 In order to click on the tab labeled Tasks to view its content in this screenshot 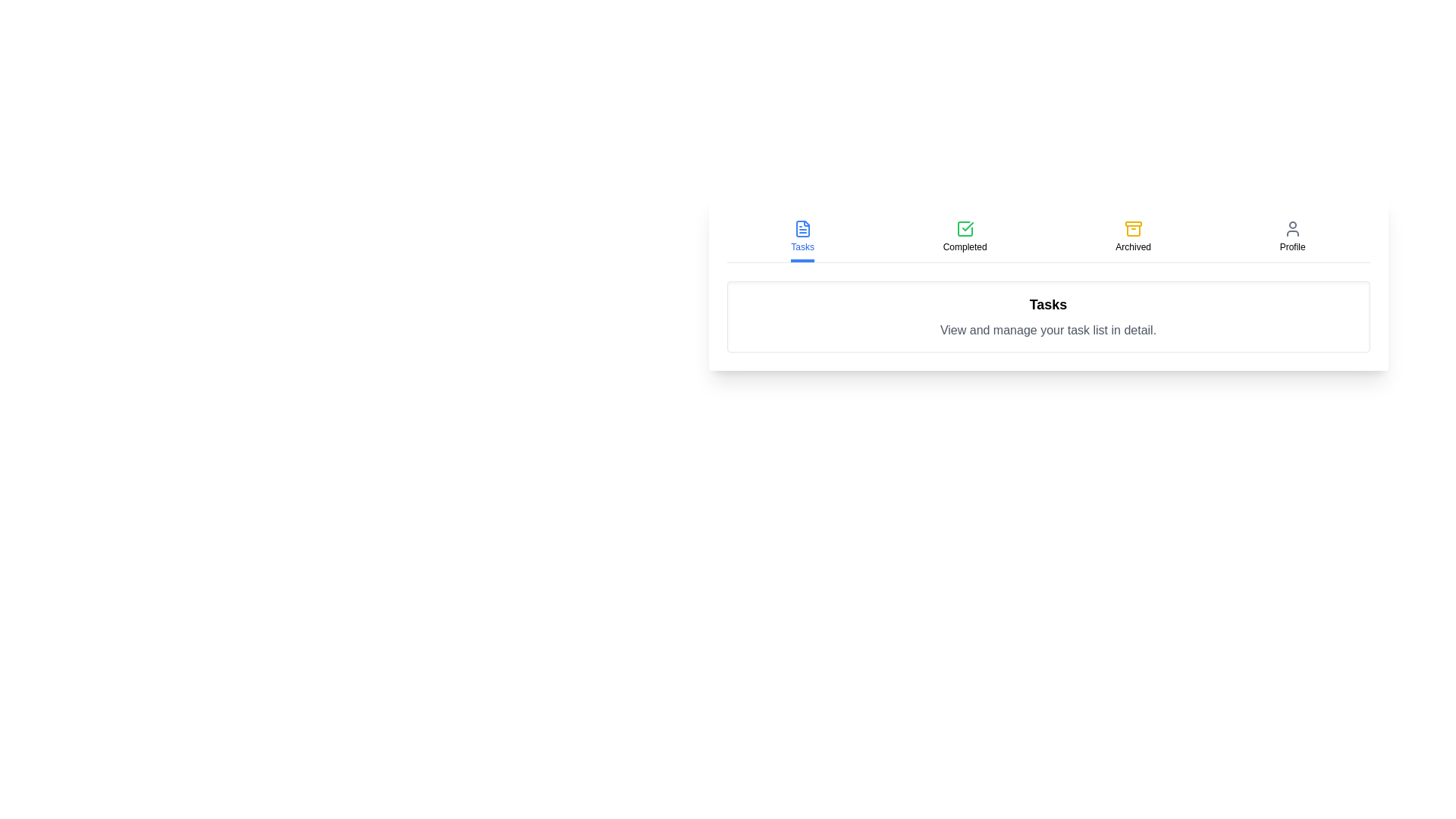, I will do `click(802, 237)`.